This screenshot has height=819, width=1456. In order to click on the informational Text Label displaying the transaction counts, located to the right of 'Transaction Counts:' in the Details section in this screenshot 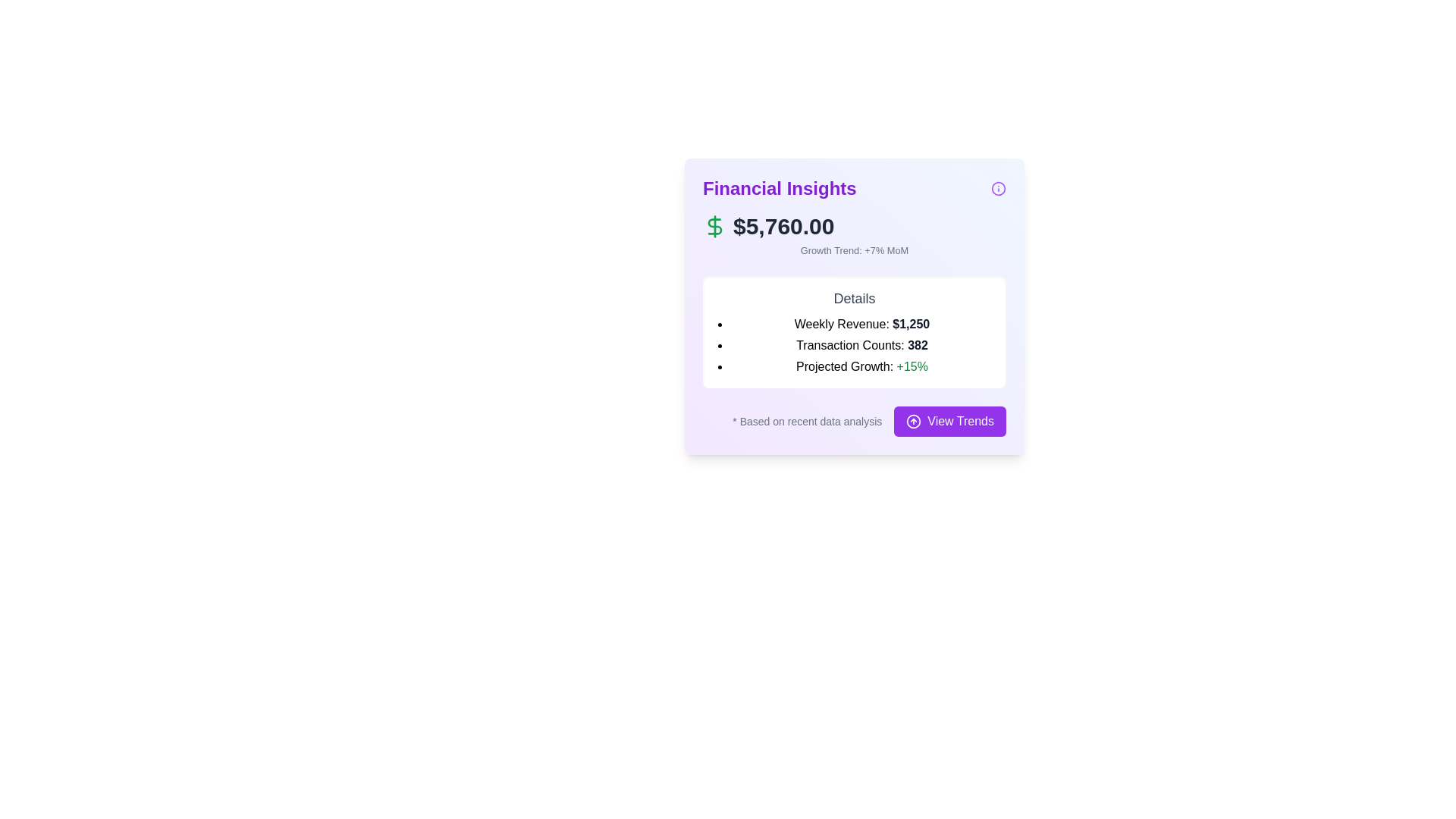, I will do `click(917, 345)`.